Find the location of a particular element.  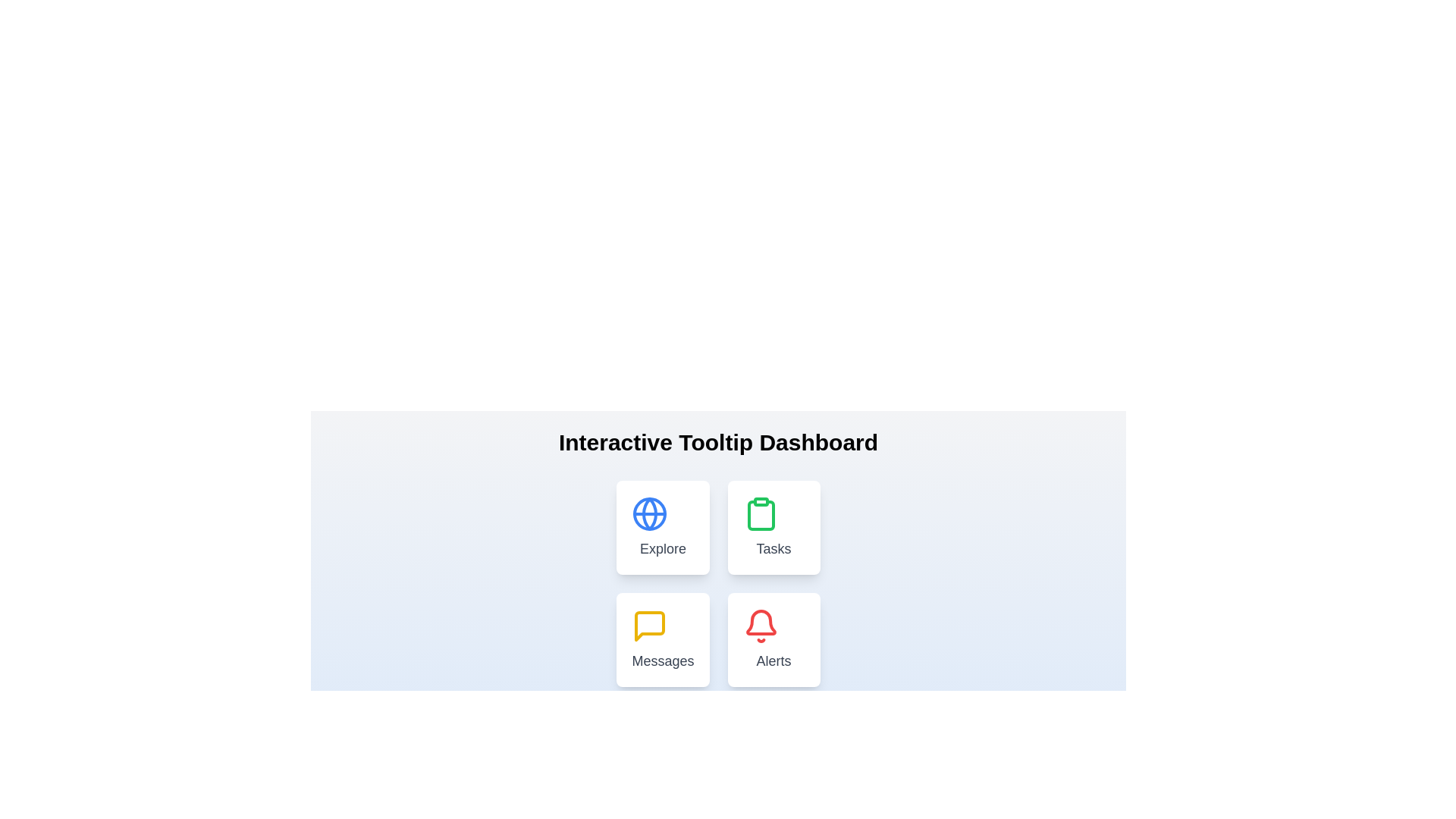

the bell icon representing notifications located at the top of the 'Alerts' card in the bottom-right of the dashboard is located at coordinates (761, 626).